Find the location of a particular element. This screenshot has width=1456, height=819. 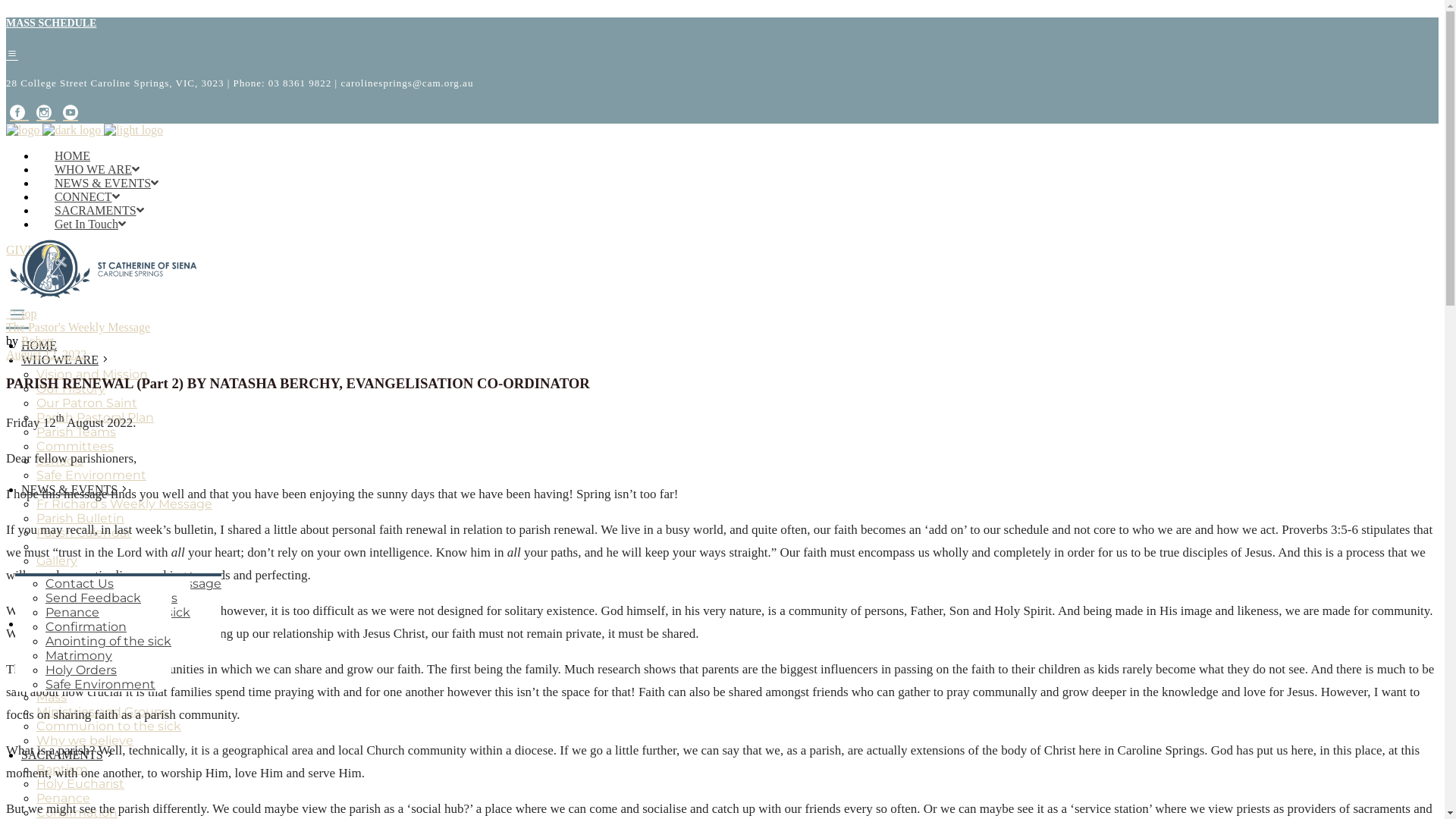

'Send Feedback' is located at coordinates (45, 597).